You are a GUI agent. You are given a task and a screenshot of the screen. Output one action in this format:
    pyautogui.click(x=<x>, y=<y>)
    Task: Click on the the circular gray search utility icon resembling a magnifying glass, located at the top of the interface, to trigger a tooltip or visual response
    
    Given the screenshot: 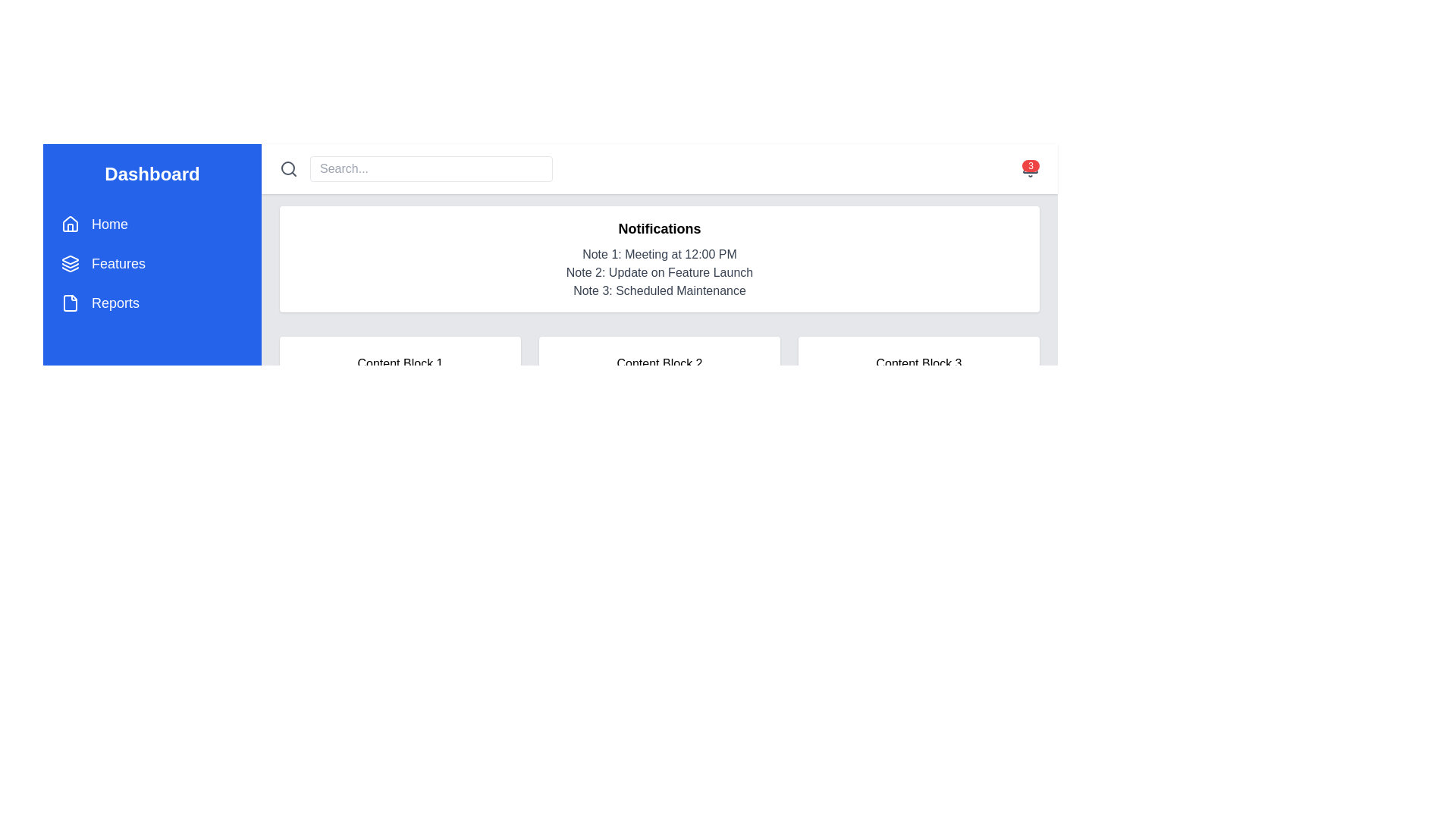 What is the action you would take?
    pyautogui.click(x=288, y=169)
    